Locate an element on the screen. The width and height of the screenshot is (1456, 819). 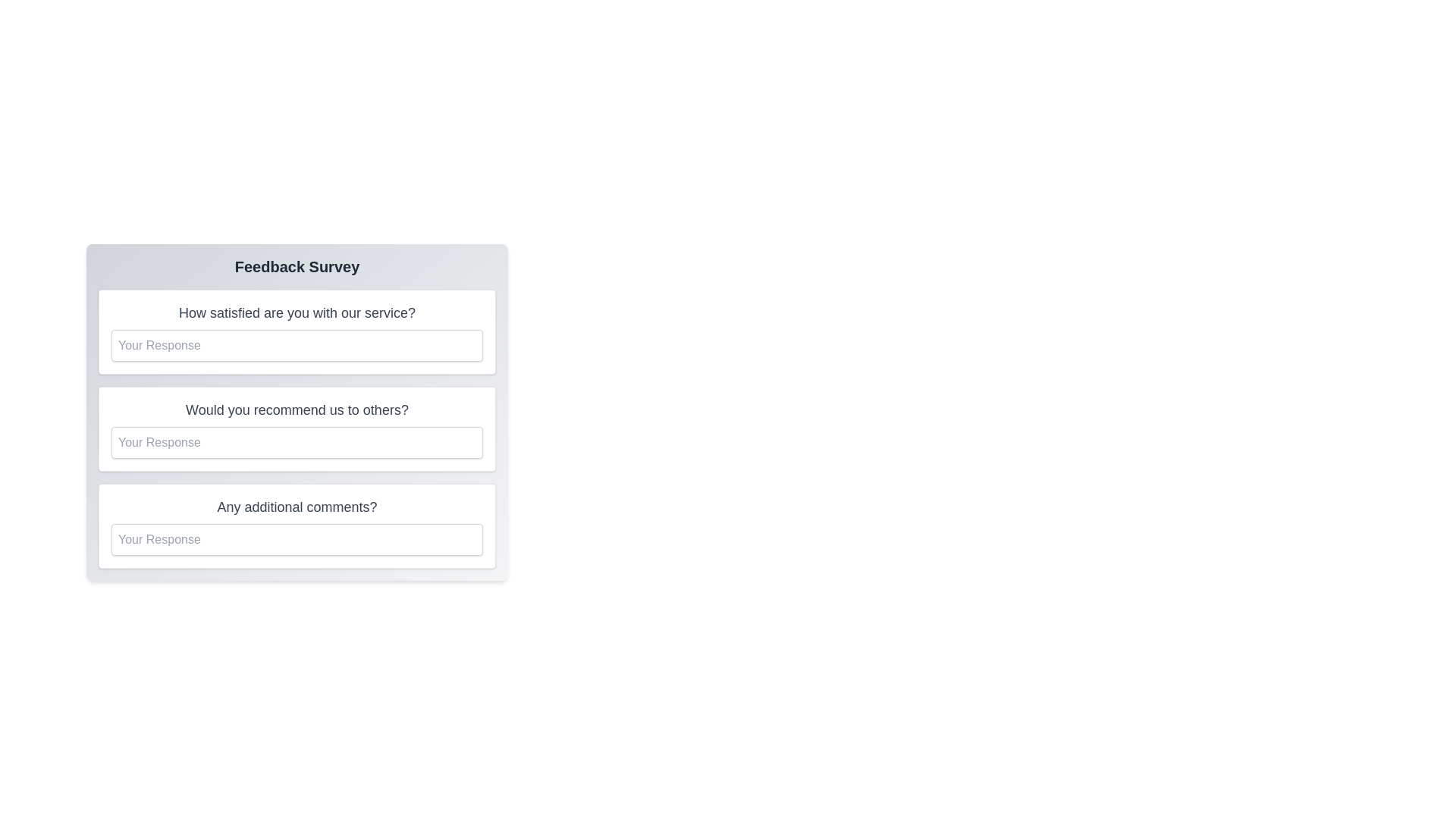
the text input field for Would you recommend us to others? is located at coordinates (297, 442).